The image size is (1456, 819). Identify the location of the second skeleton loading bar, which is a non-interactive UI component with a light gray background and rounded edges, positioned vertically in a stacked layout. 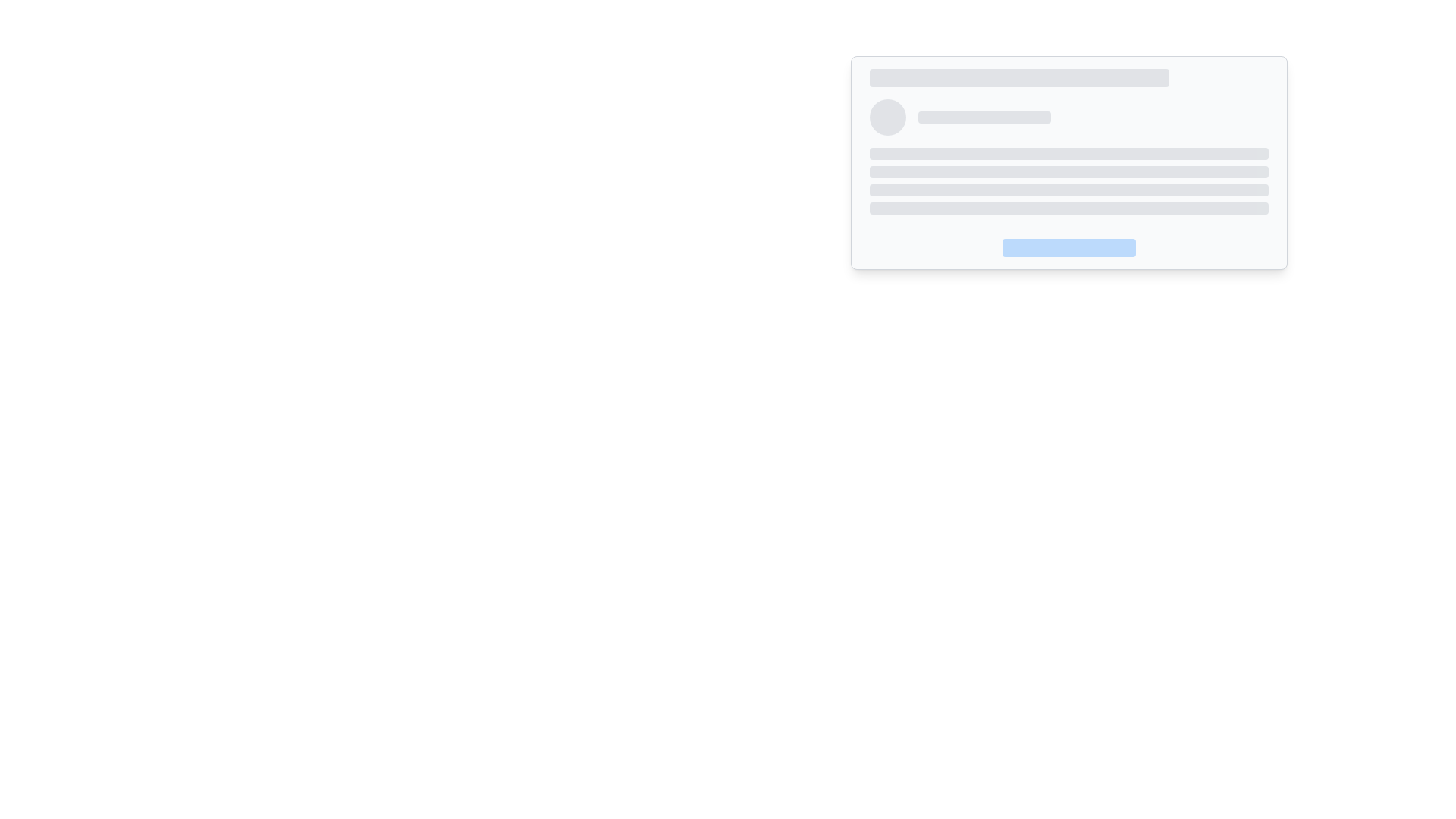
(1068, 171).